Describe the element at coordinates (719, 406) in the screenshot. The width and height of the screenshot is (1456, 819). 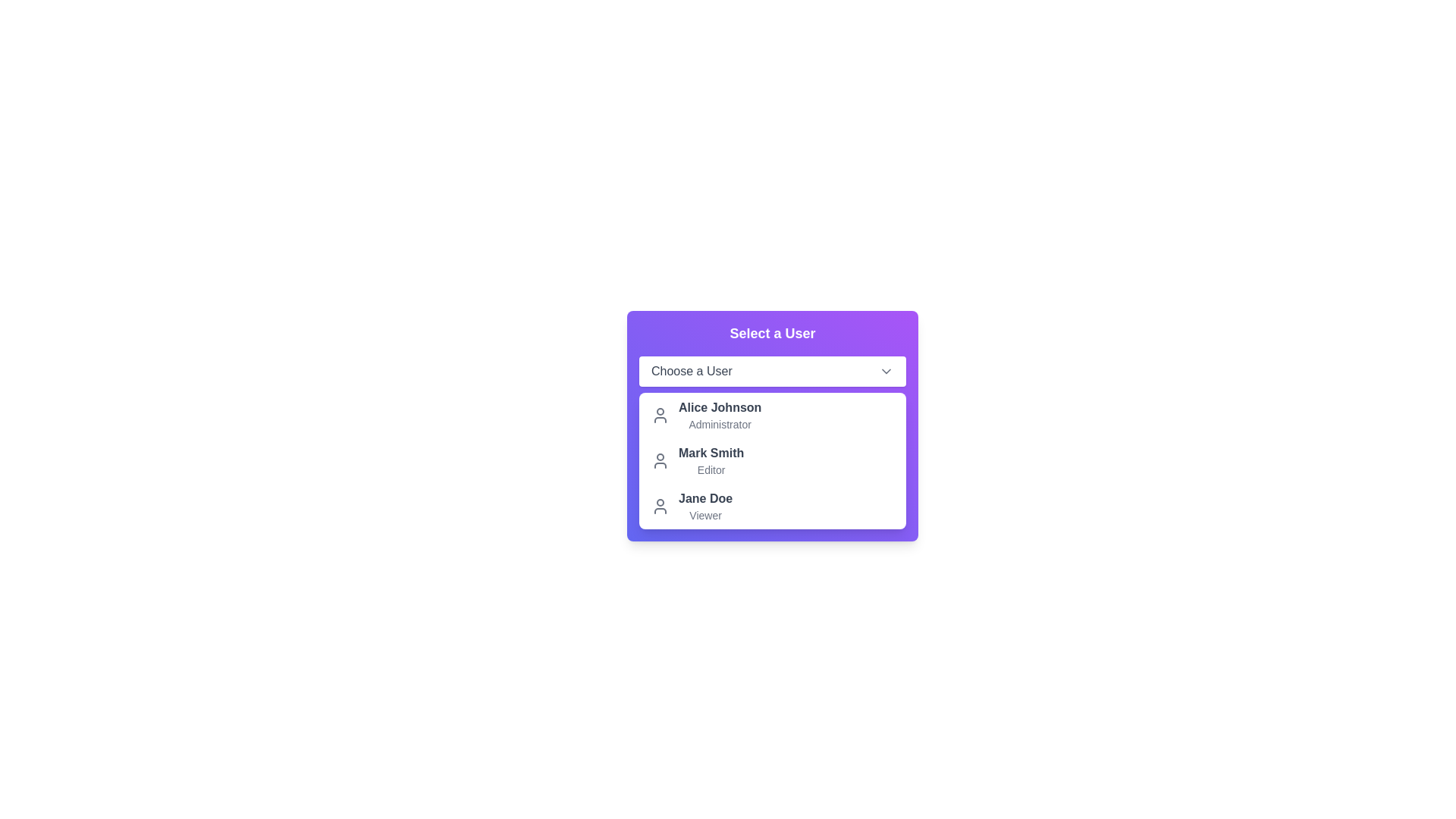
I see `the text element that identifies the user's name` at that location.